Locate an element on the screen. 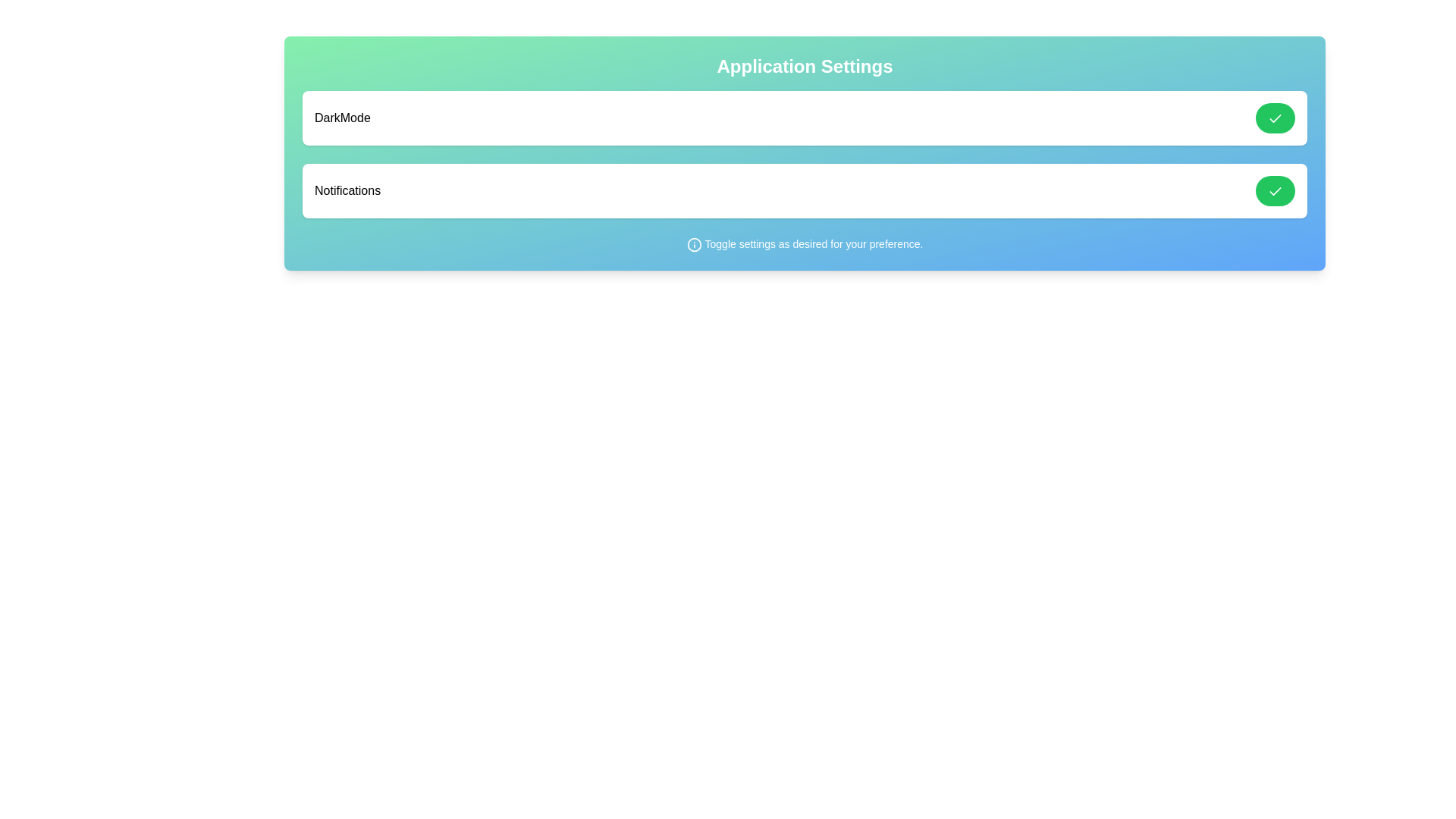  the DarkMode toggle button to change its state is located at coordinates (1274, 117).